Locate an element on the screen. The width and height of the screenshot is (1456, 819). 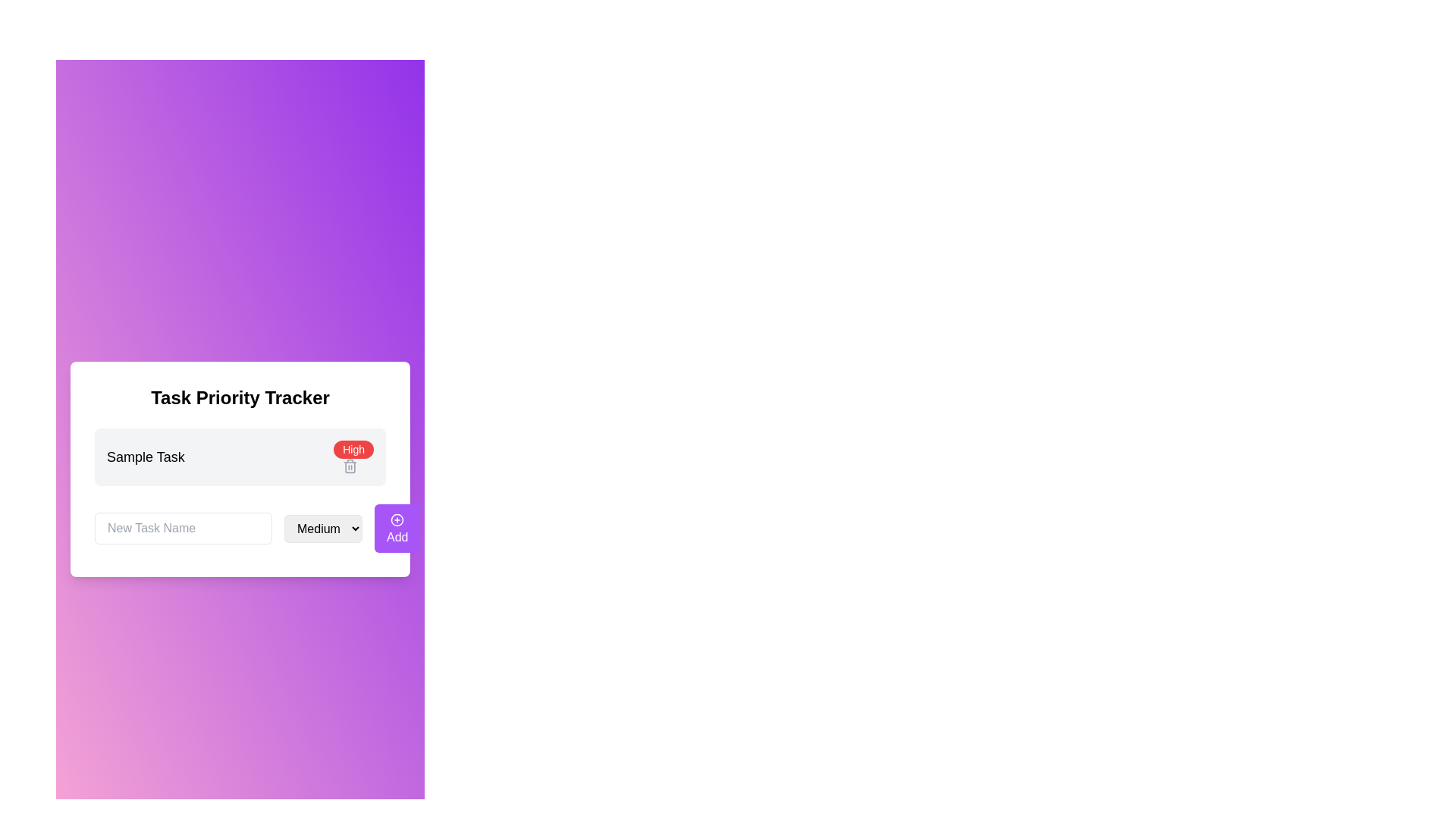
the non-interactive label indicating 'High' priority status associated with the task item labeled 'Sample Task' is located at coordinates (353, 449).